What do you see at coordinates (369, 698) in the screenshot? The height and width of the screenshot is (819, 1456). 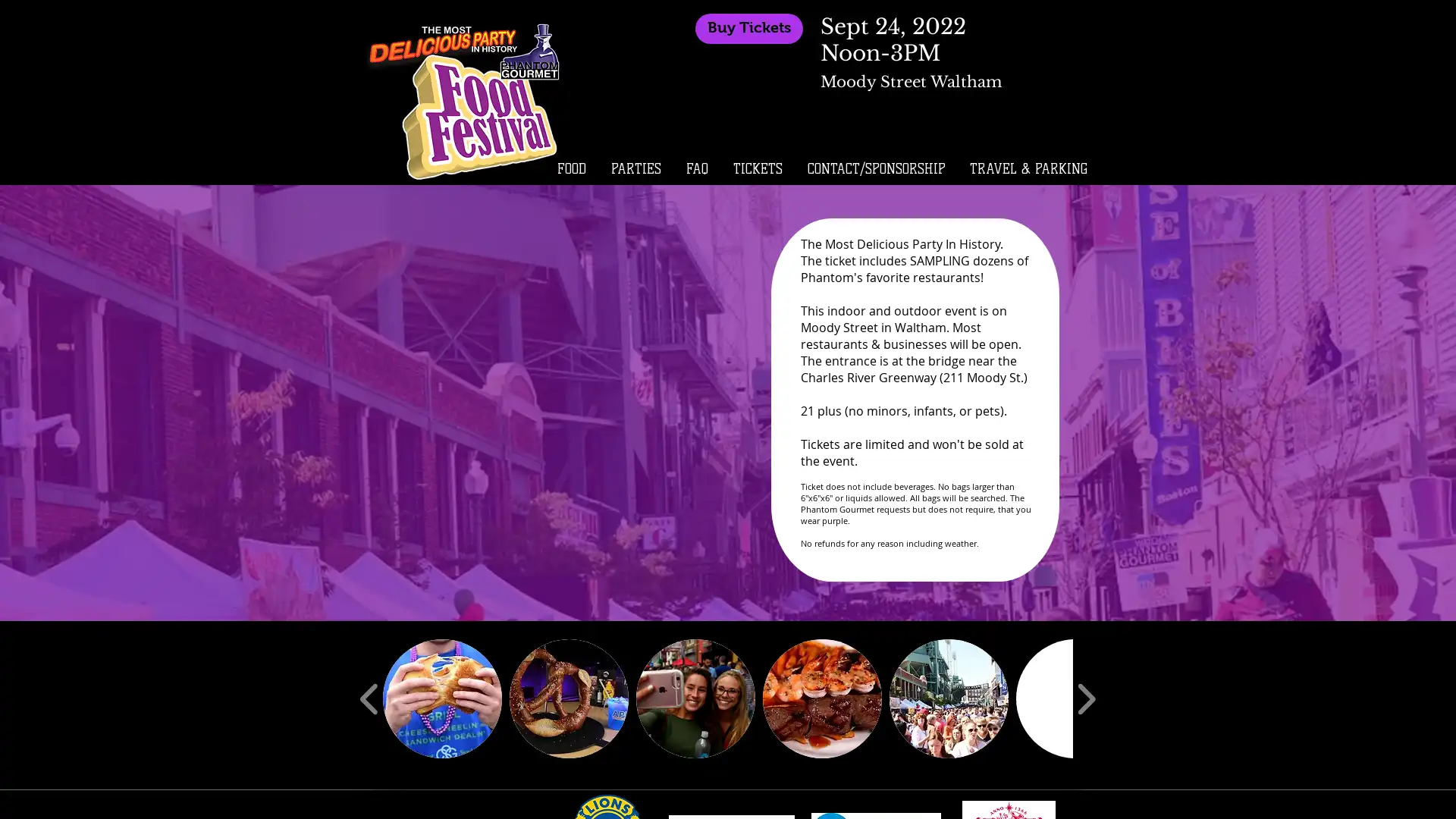 I see `play backward` at bounding box center [369, 698].